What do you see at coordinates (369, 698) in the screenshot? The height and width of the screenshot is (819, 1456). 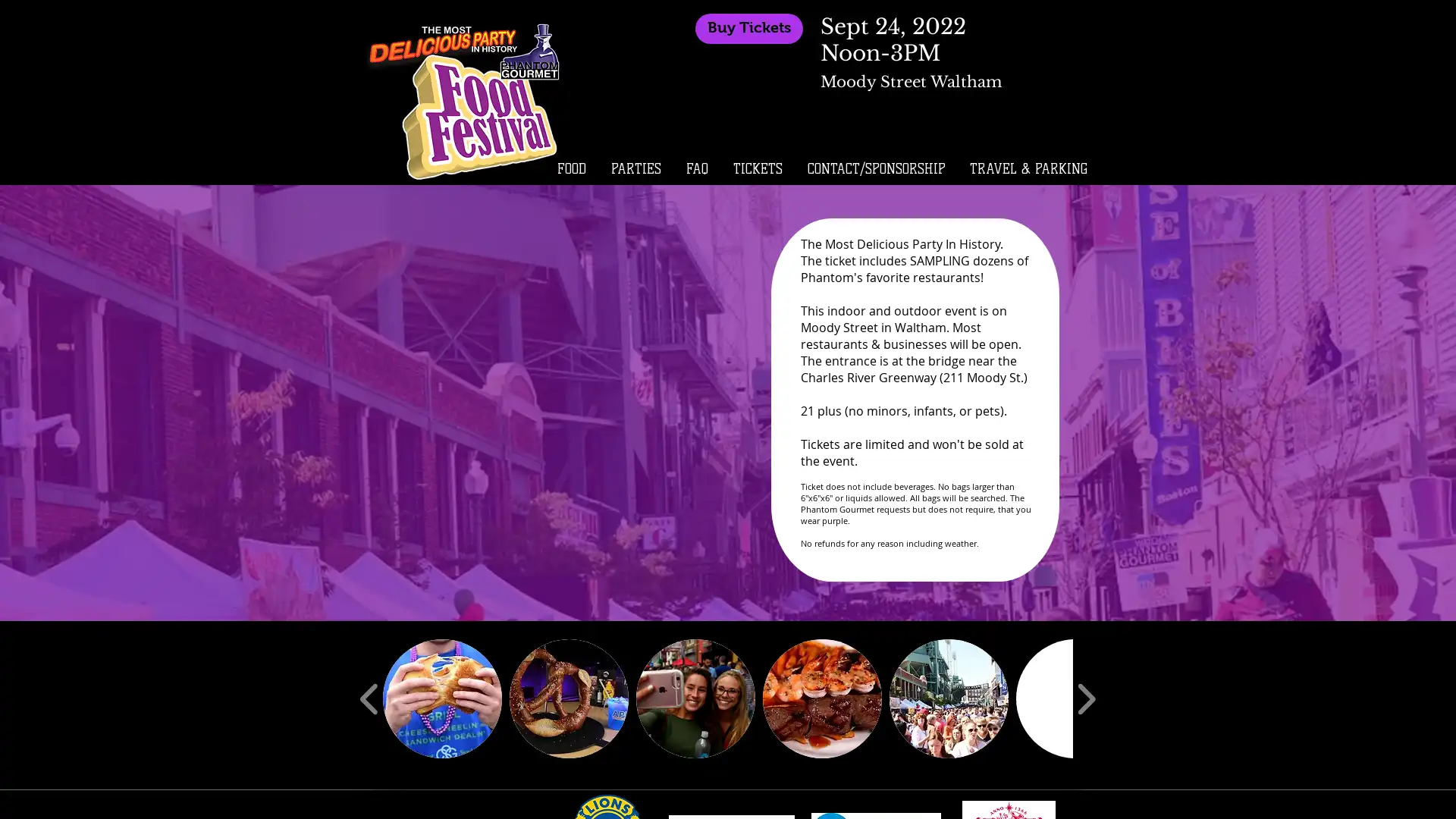 I see `play backward` at bounding box center [369, 698].